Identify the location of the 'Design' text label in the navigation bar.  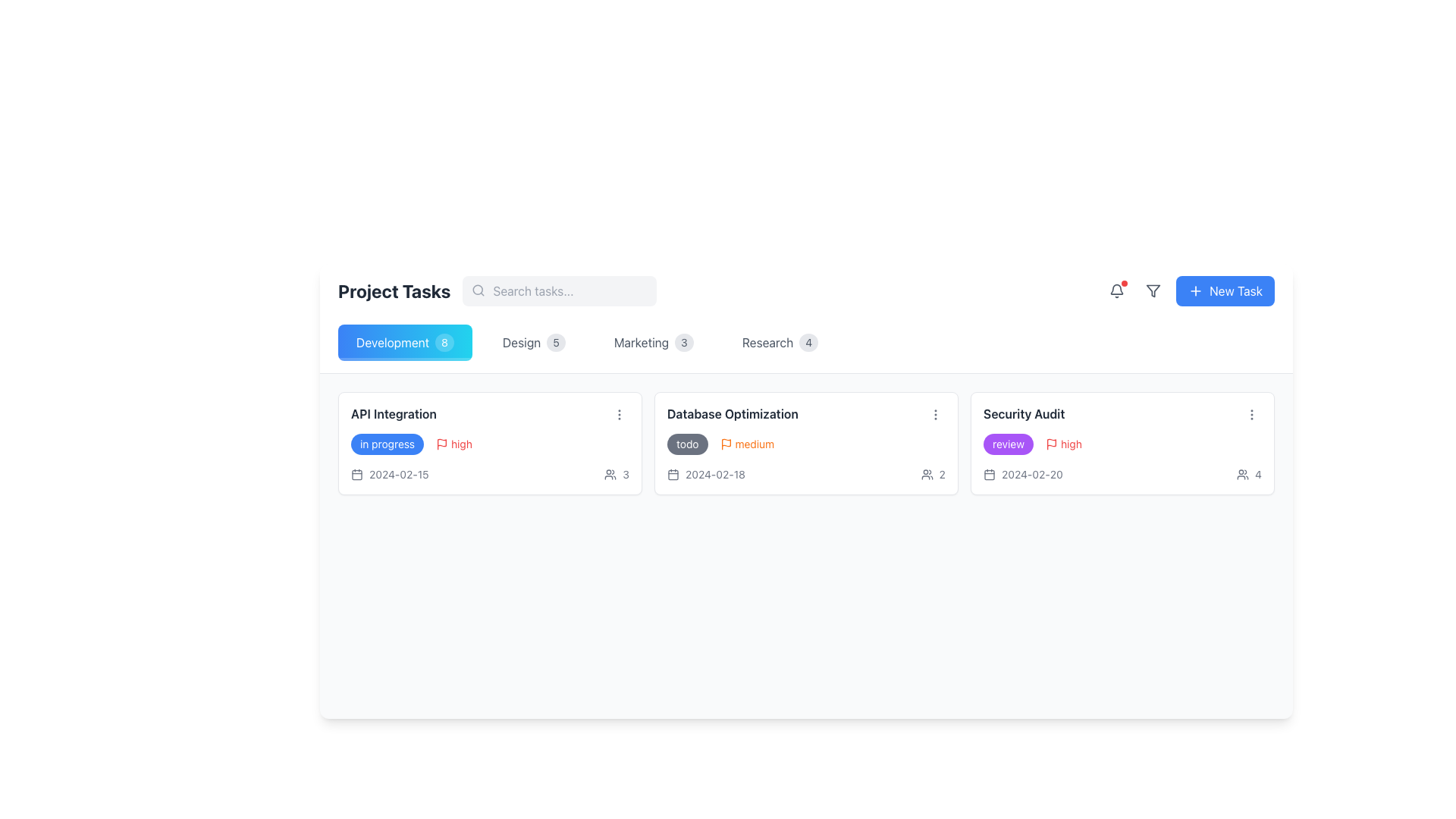
(521, 342).